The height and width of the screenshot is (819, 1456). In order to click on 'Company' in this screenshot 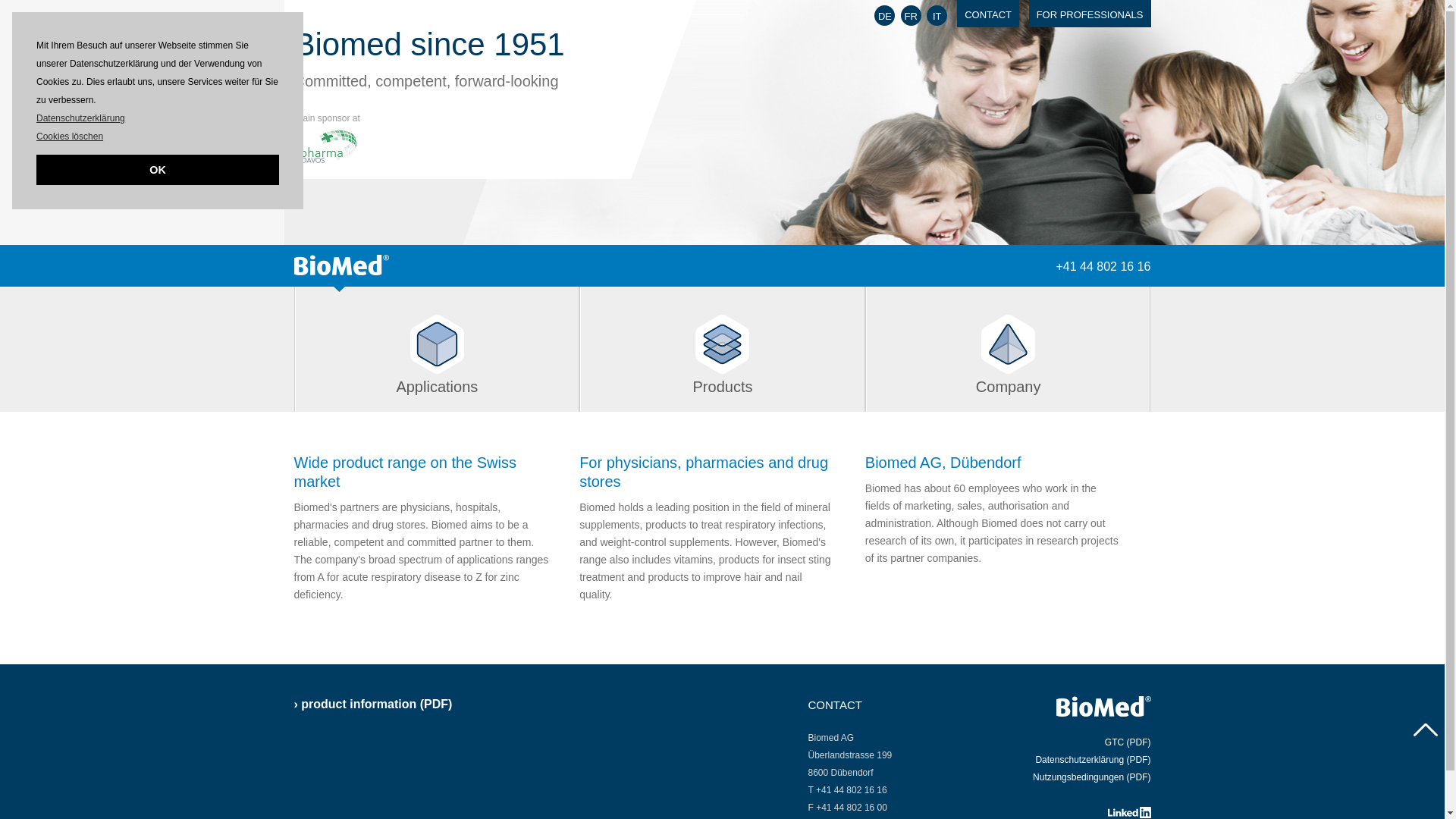, I will do `click(1008, 349)`.